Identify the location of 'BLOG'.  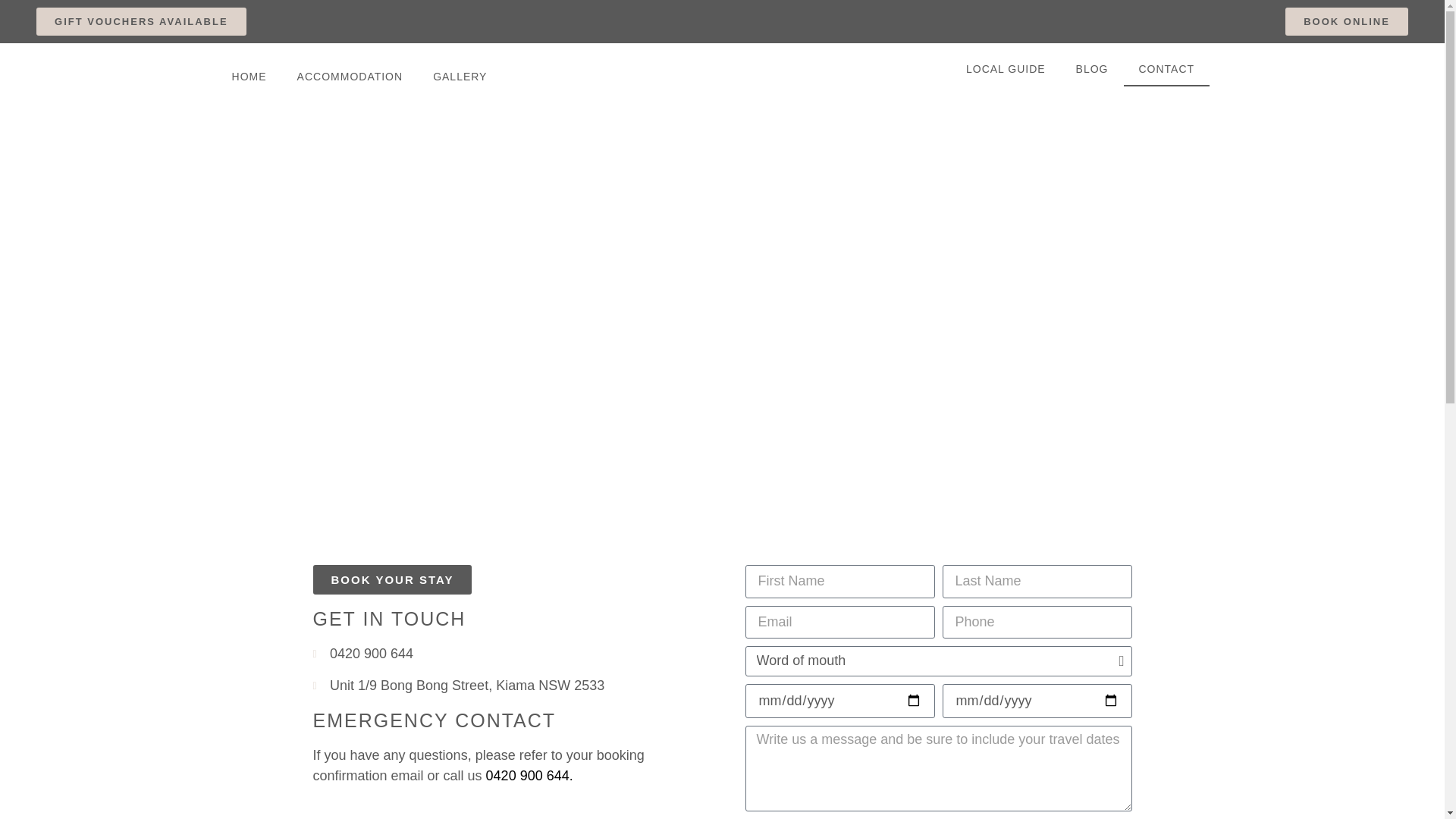
(1092, 69).